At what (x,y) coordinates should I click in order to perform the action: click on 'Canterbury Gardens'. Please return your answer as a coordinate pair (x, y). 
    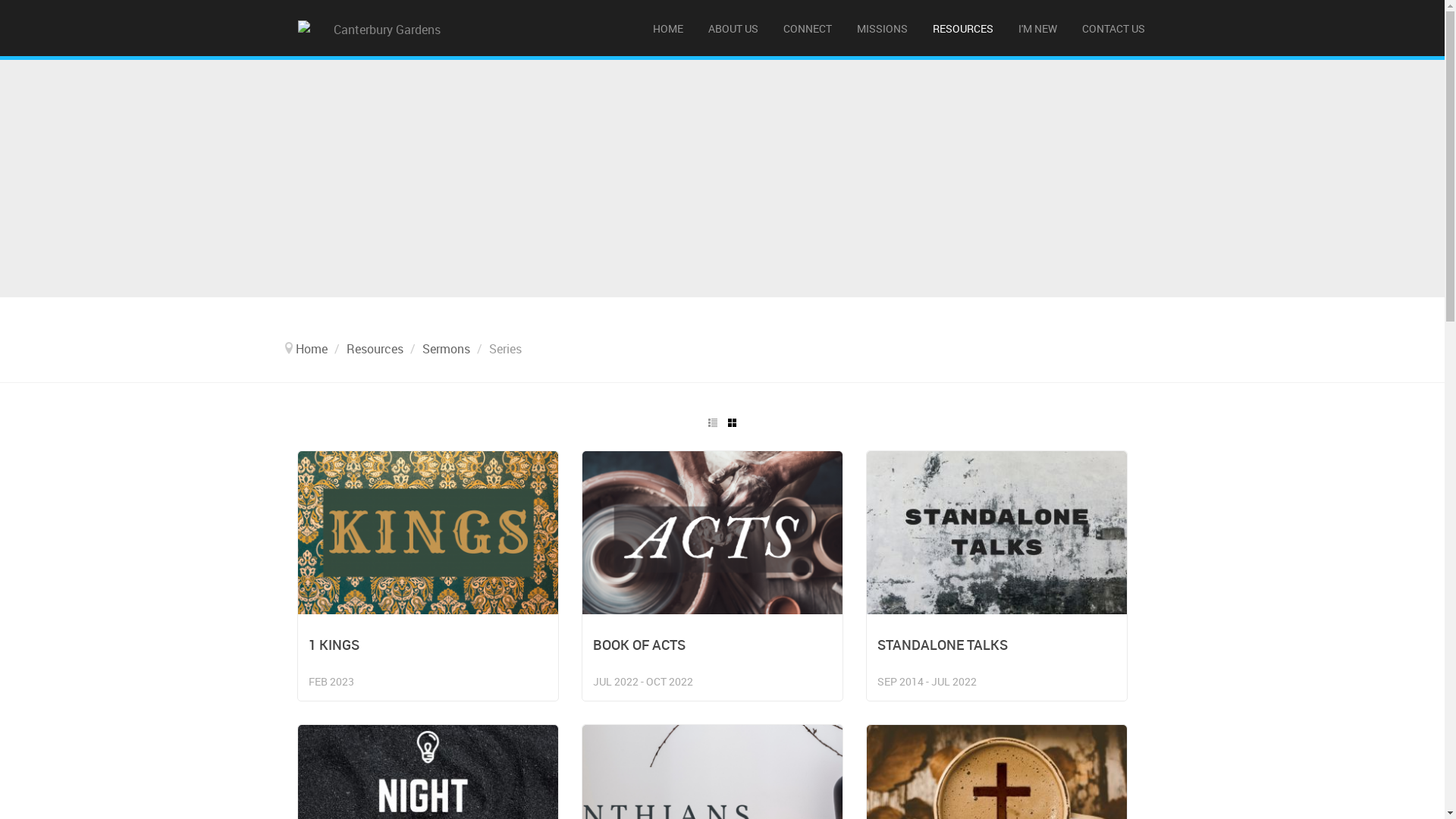
    Looking at the image, I should click on (381, 28).